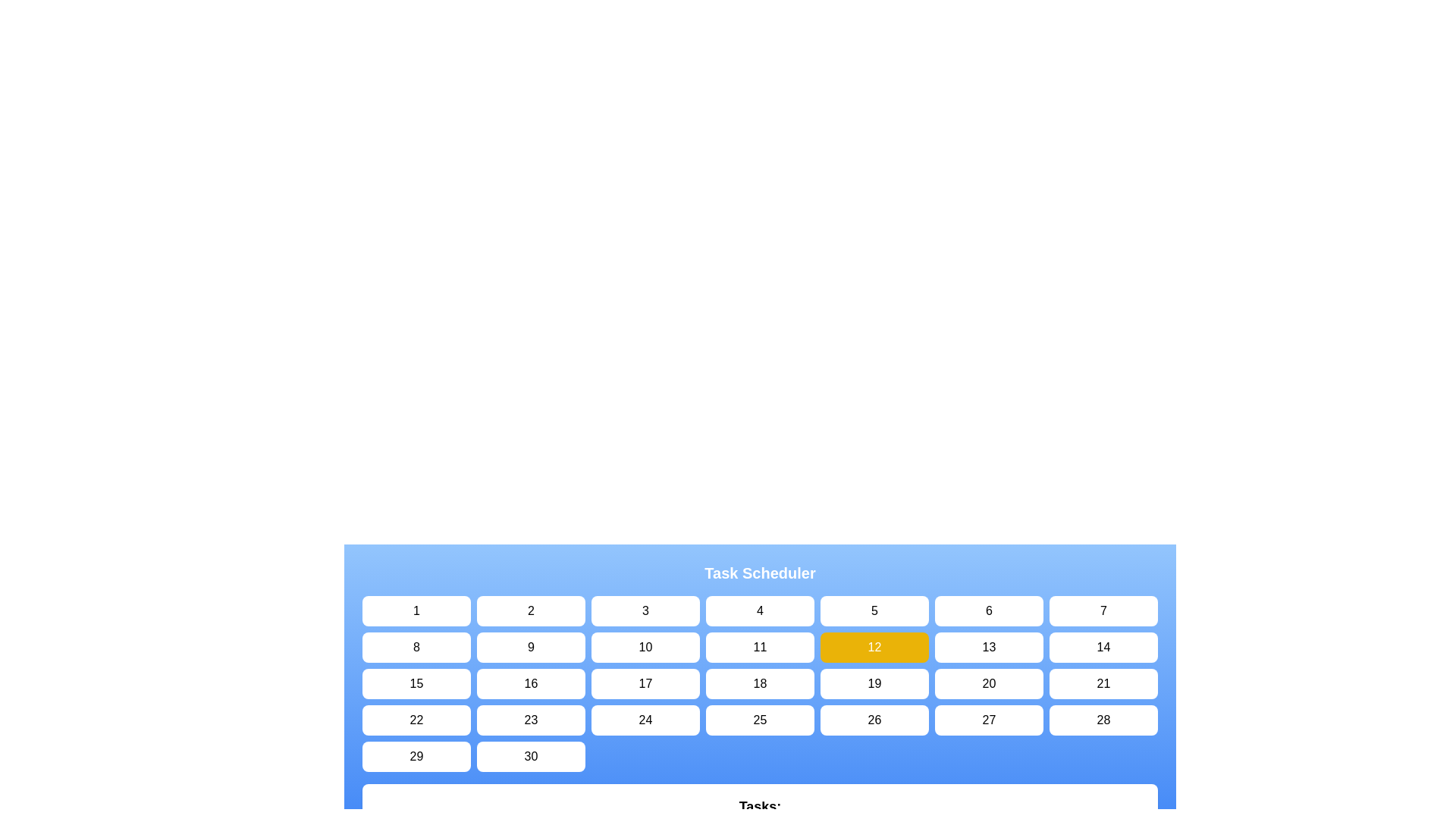 Image resolution: width=1456 pixels, height=819 pixels. What do you see at coordinates (760, 647) in the screenshot?
I see `the rectangular button with the number '11'` at bounding box center [760, 647].